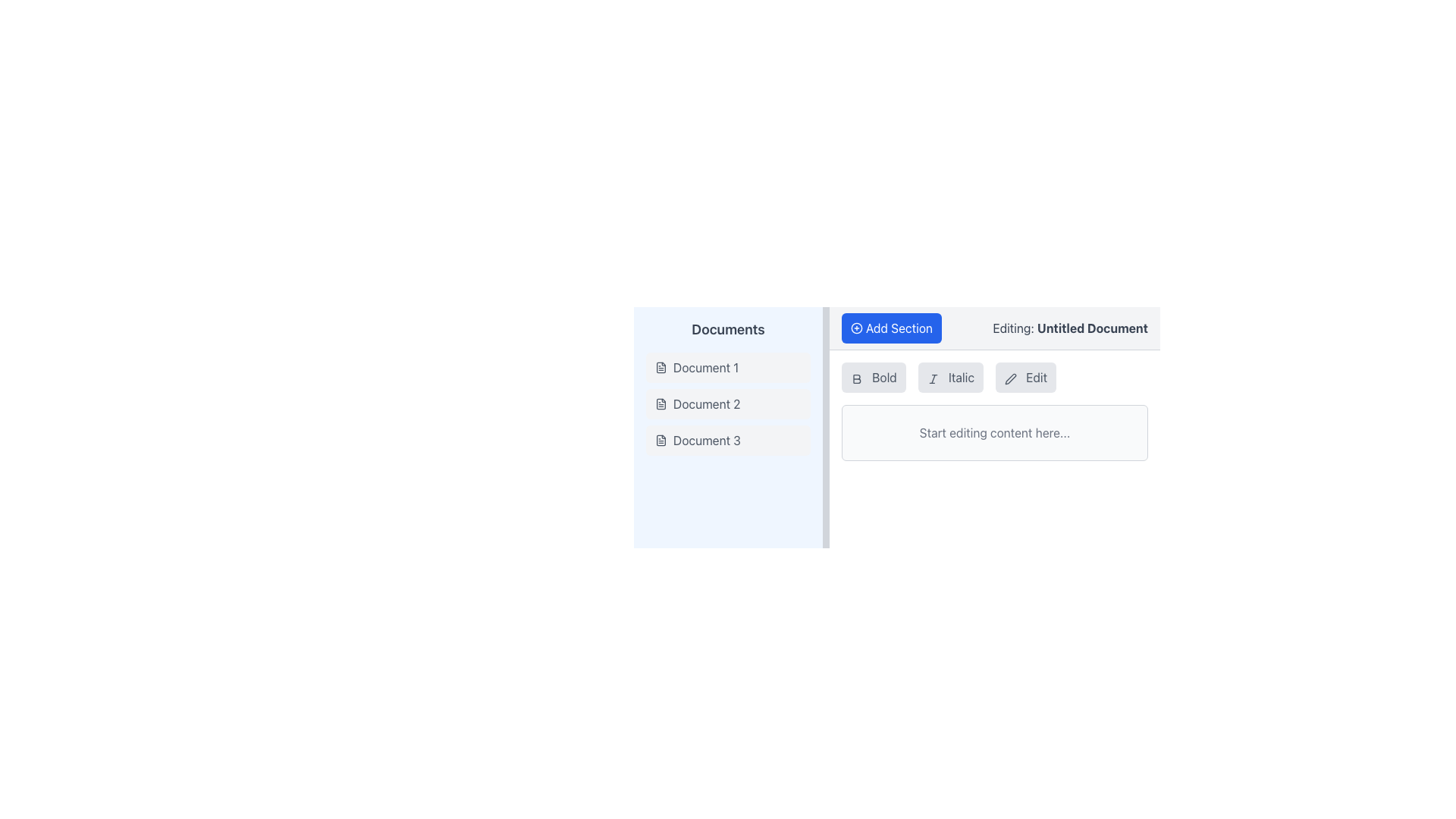 The image size is (1456, 819). I want to click on the decorative icon located to the left of the 'Edit' label in the toolbar area of the application, which indicates editing functionality, so click(1011, 378).